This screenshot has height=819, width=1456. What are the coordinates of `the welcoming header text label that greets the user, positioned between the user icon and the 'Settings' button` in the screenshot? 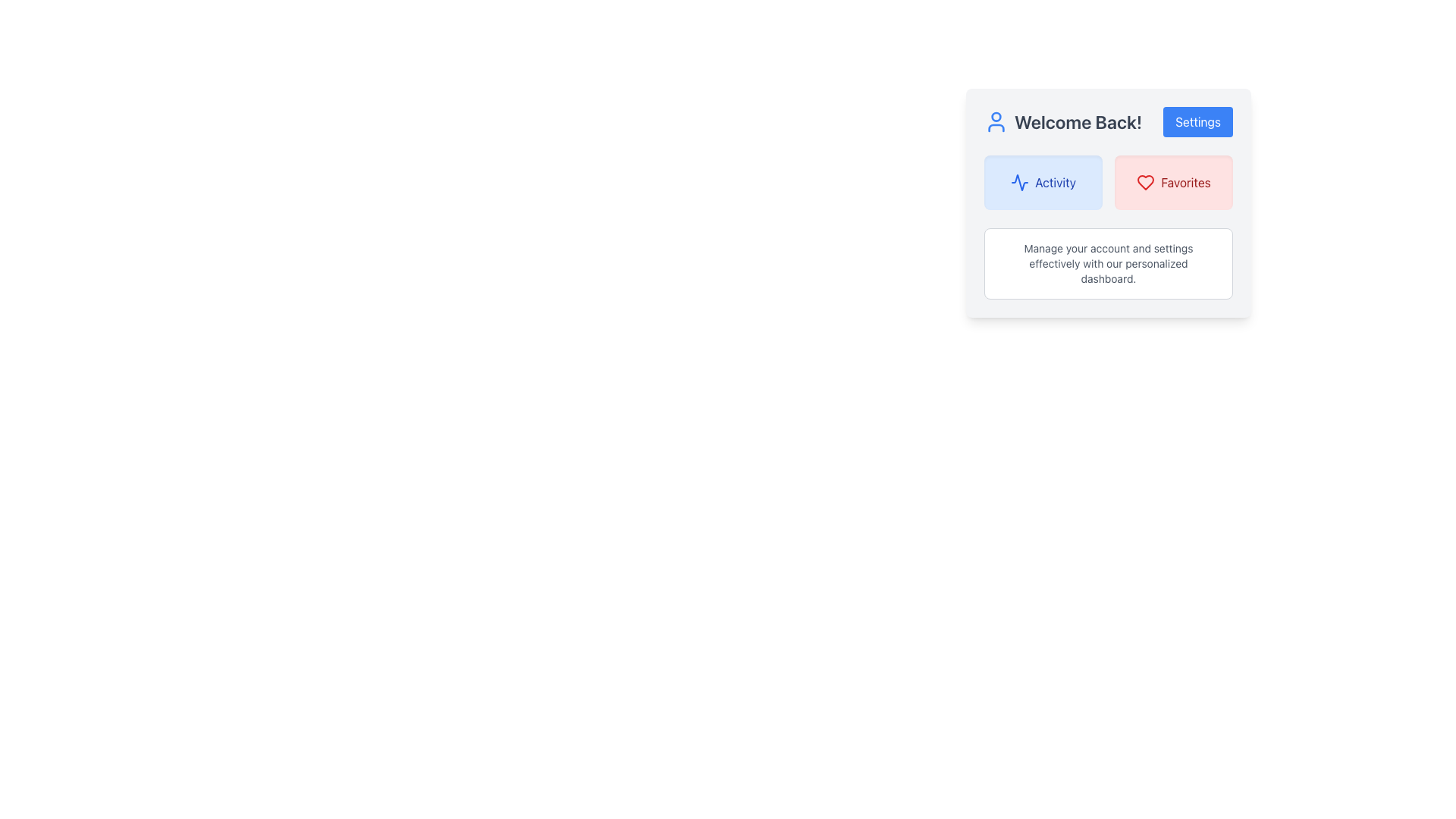 It's located at (1078, 121).